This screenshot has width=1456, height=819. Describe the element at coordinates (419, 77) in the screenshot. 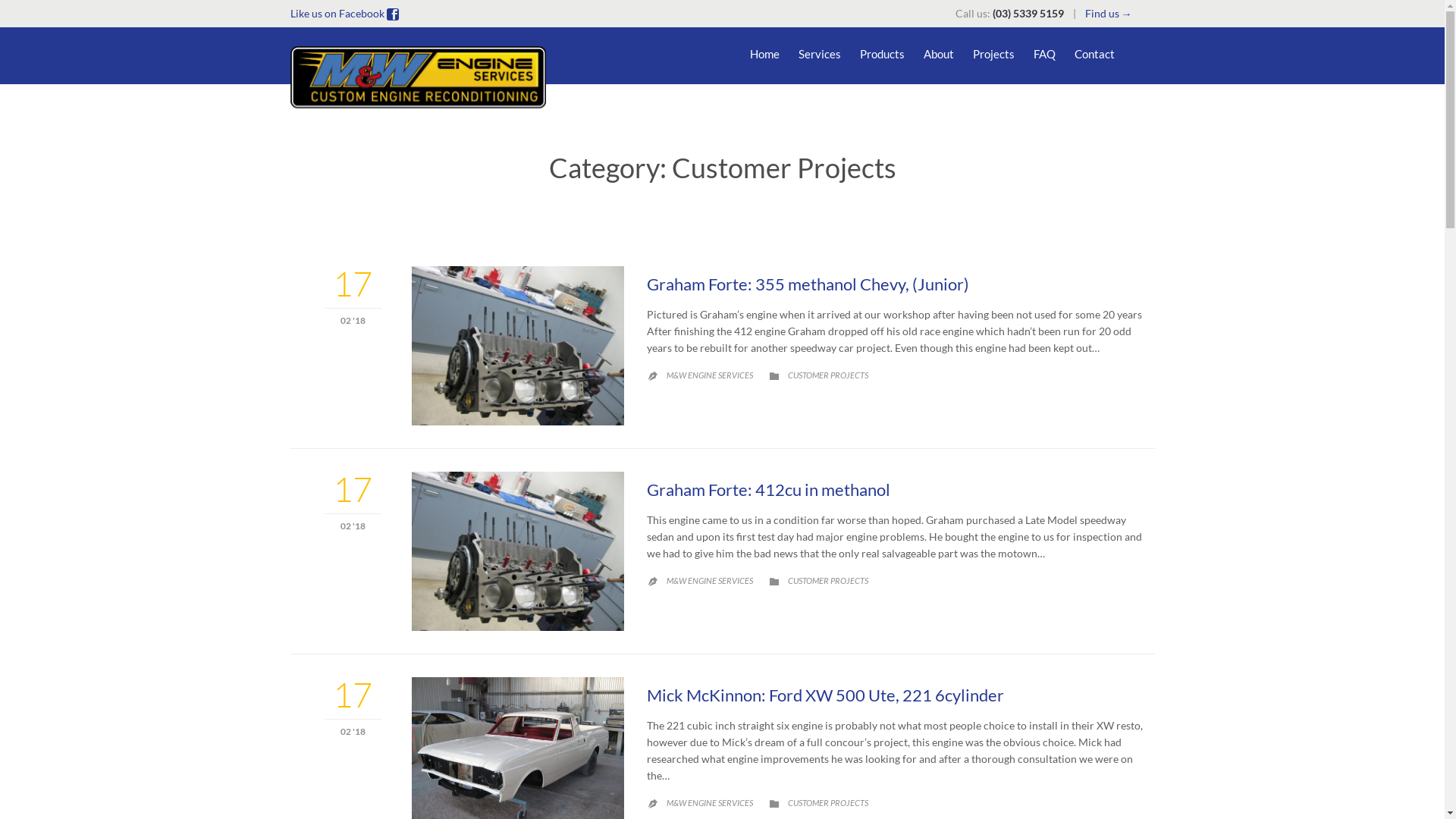

I see `'M&W Engine Services'` at that location.